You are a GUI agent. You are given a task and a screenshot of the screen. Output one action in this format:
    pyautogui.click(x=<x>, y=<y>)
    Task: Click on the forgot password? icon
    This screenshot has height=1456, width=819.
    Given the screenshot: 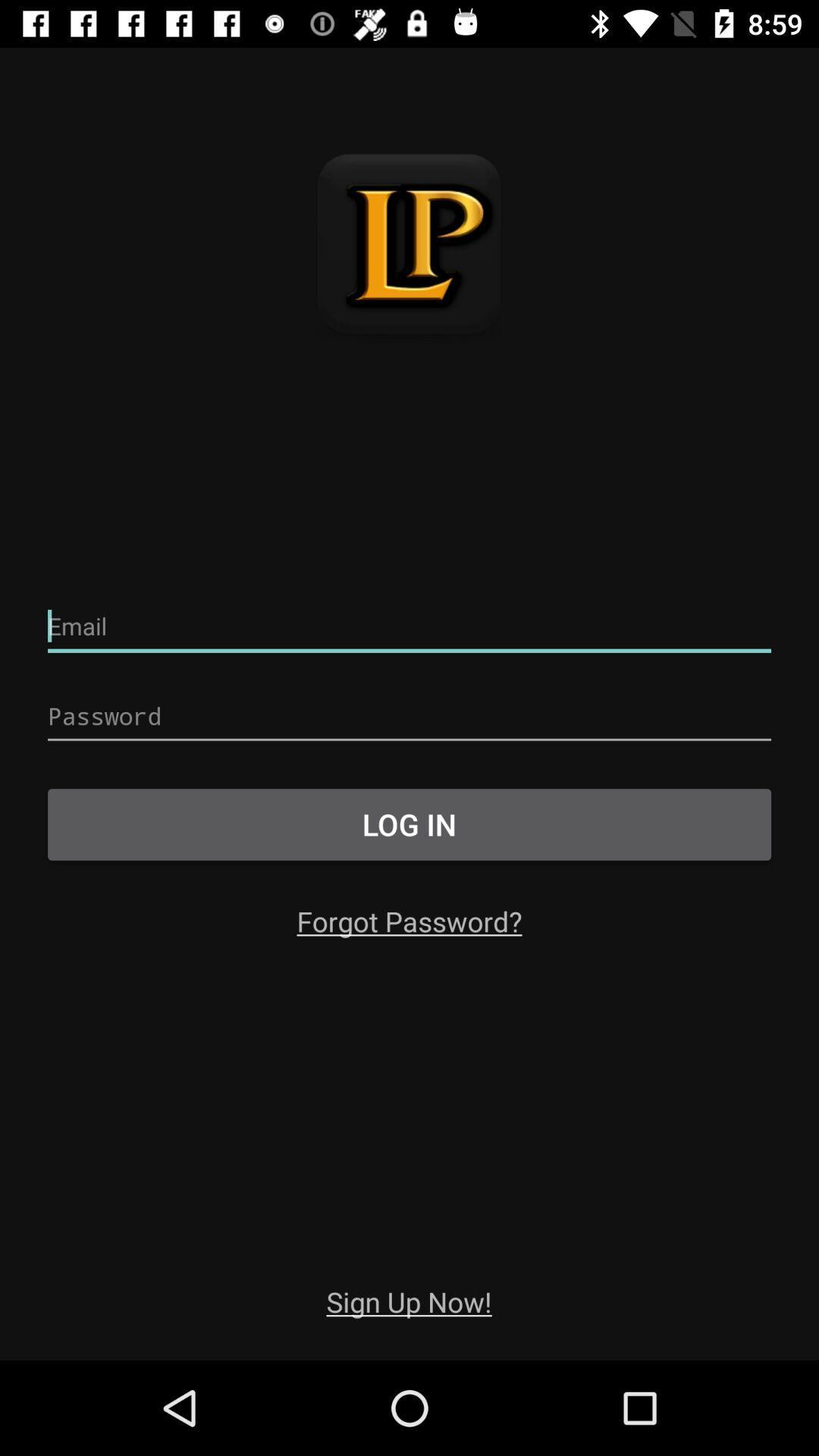 What is the action you would take?
    pyautogui.click(x=409, y=920)
    